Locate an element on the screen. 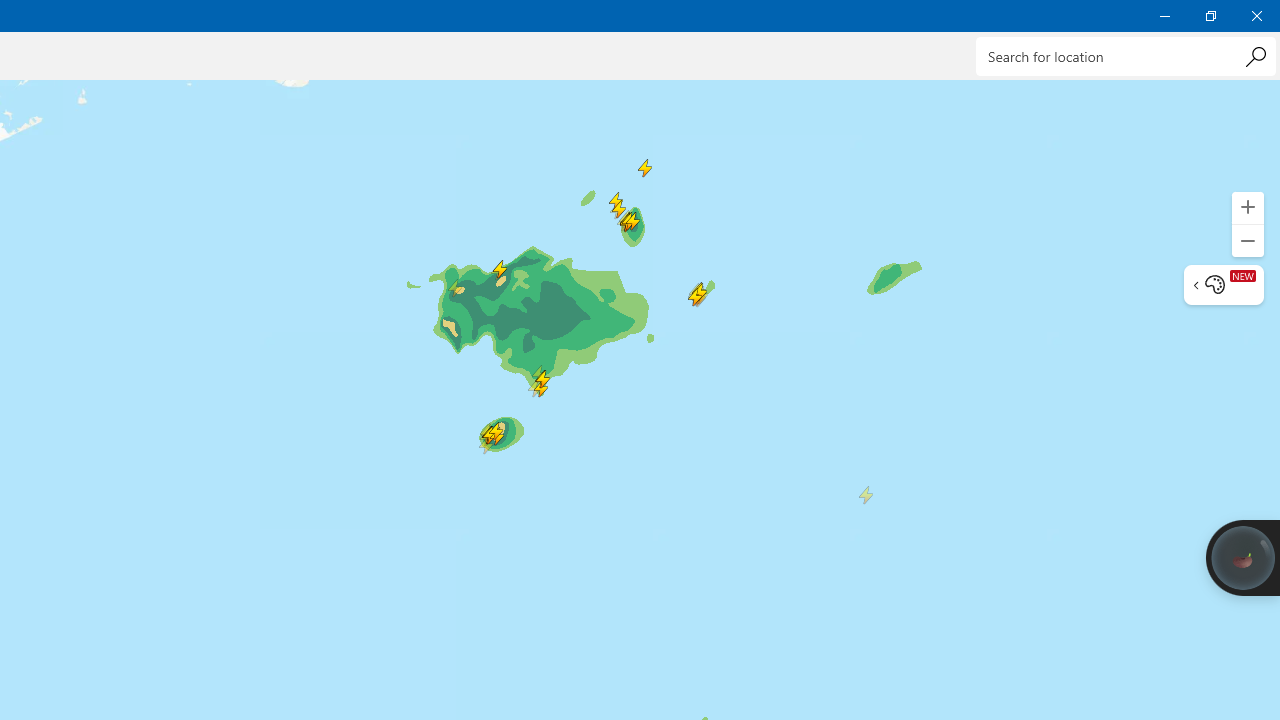 This screenshot has height=720, width=1280. 'Search for location' is located at coordinates (1125, 55).